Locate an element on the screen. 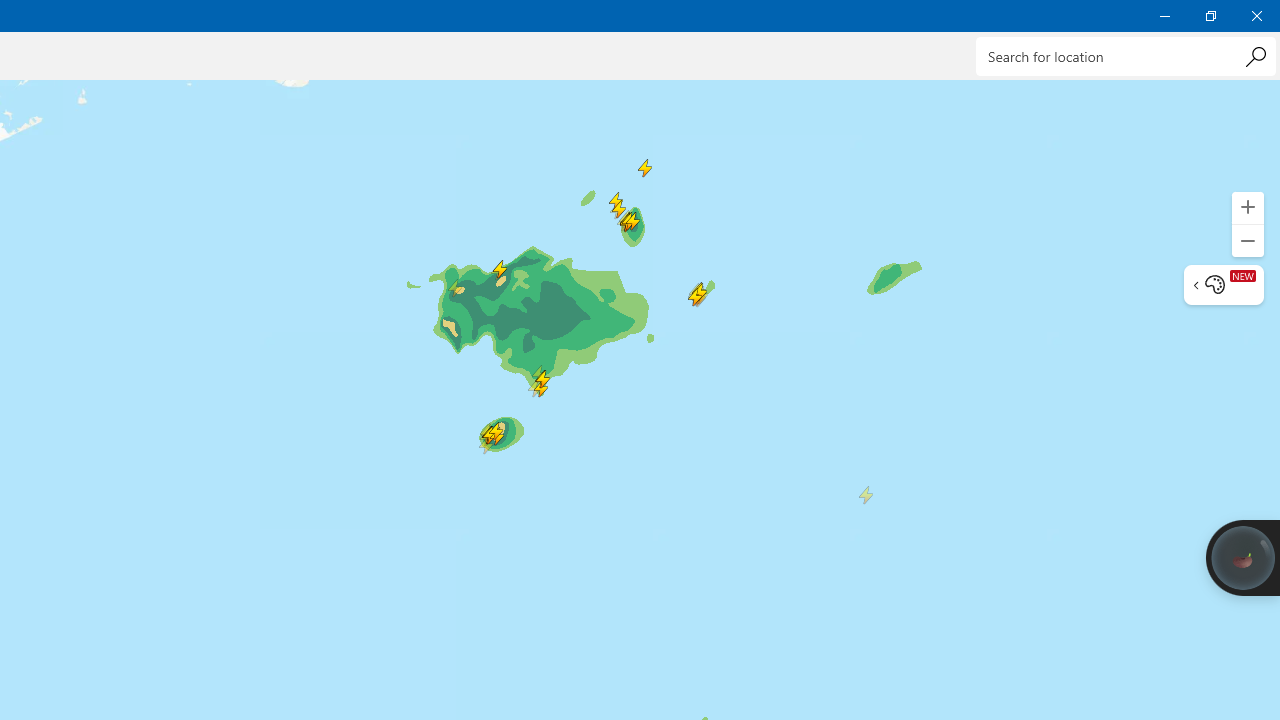 This screenshot has height=720, width=1280. 'Search for location' is located at coordinates (1125, 55).